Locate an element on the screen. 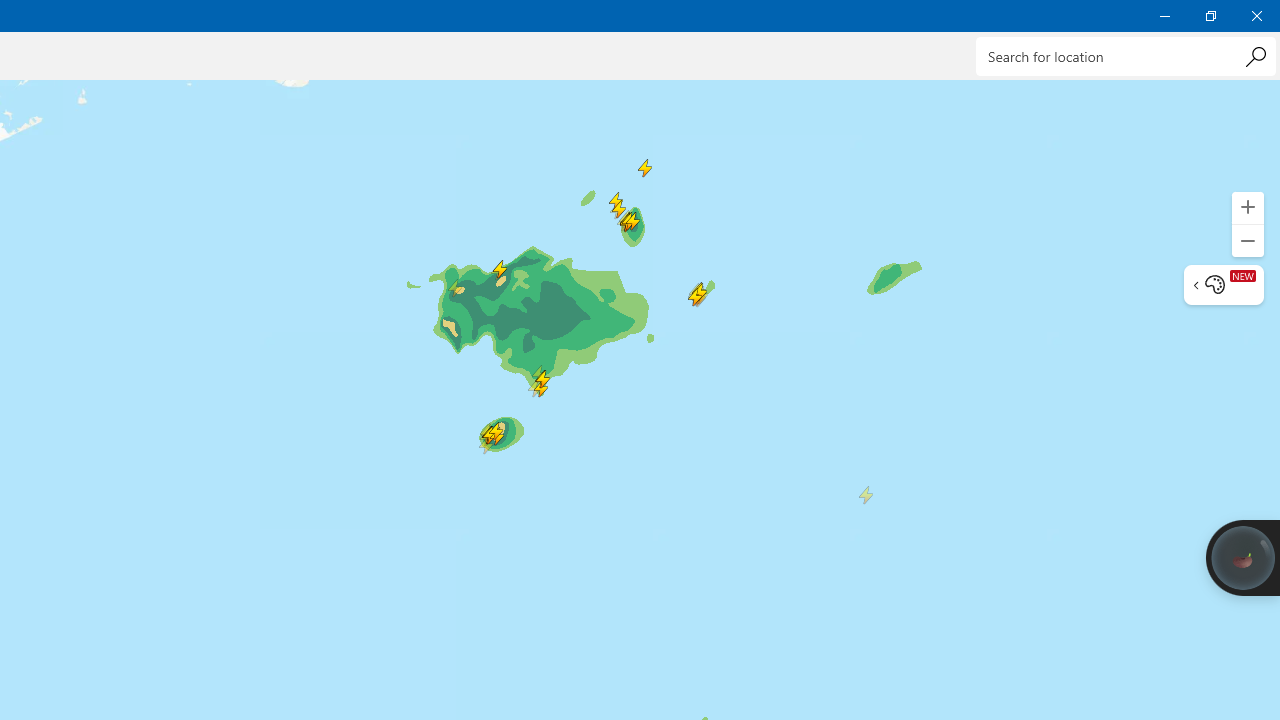 This screenshot has height=720, width=1280. 'Search for location' is located at coordinates (1125, 55).